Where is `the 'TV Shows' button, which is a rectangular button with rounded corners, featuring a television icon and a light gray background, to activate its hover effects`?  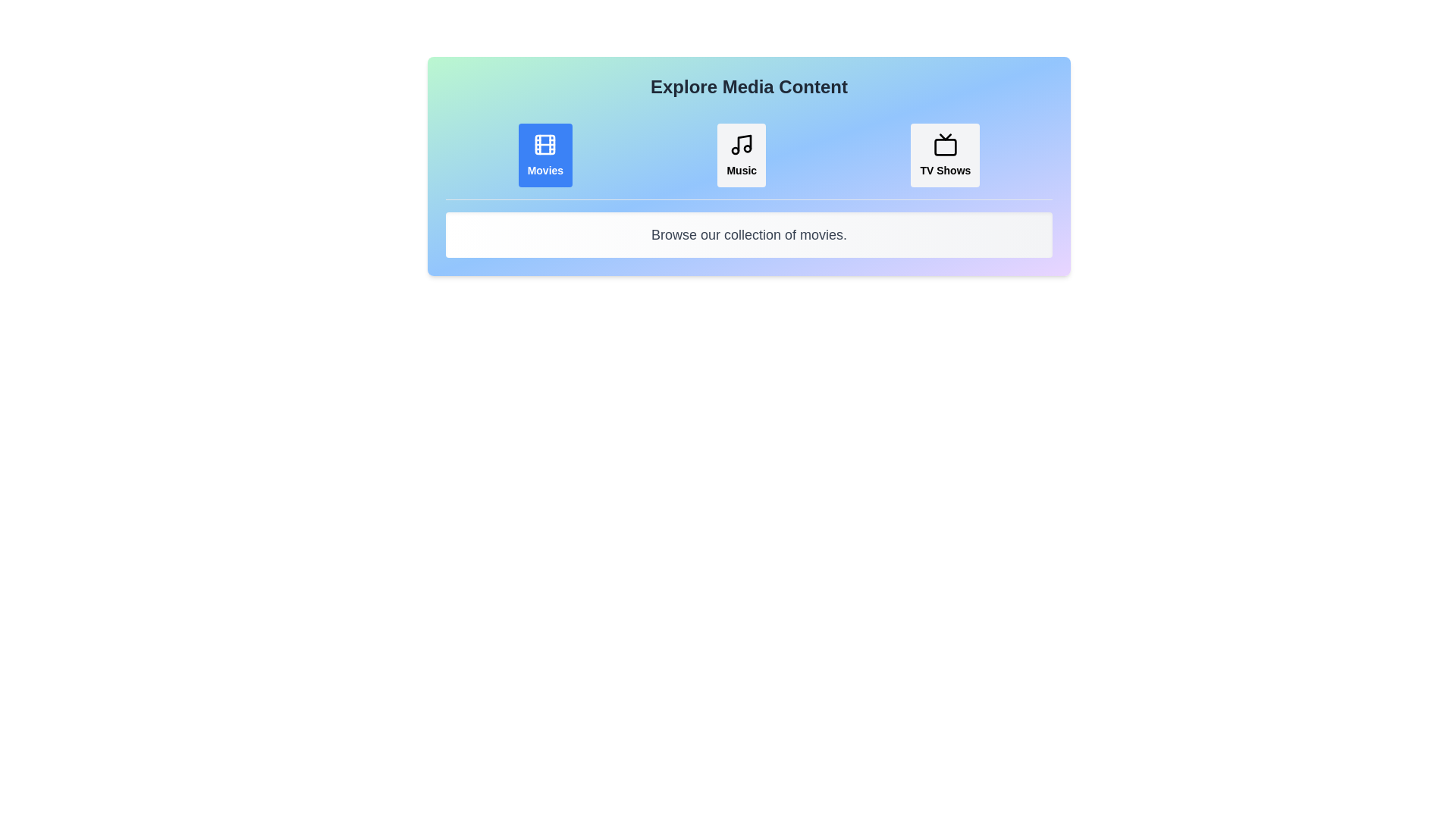
the 'TV Shows' button, which is a rectangular button with rounded corners, featuring a television icon and a light gray background, to activate its hover effects is located at coordinates (944, 155).